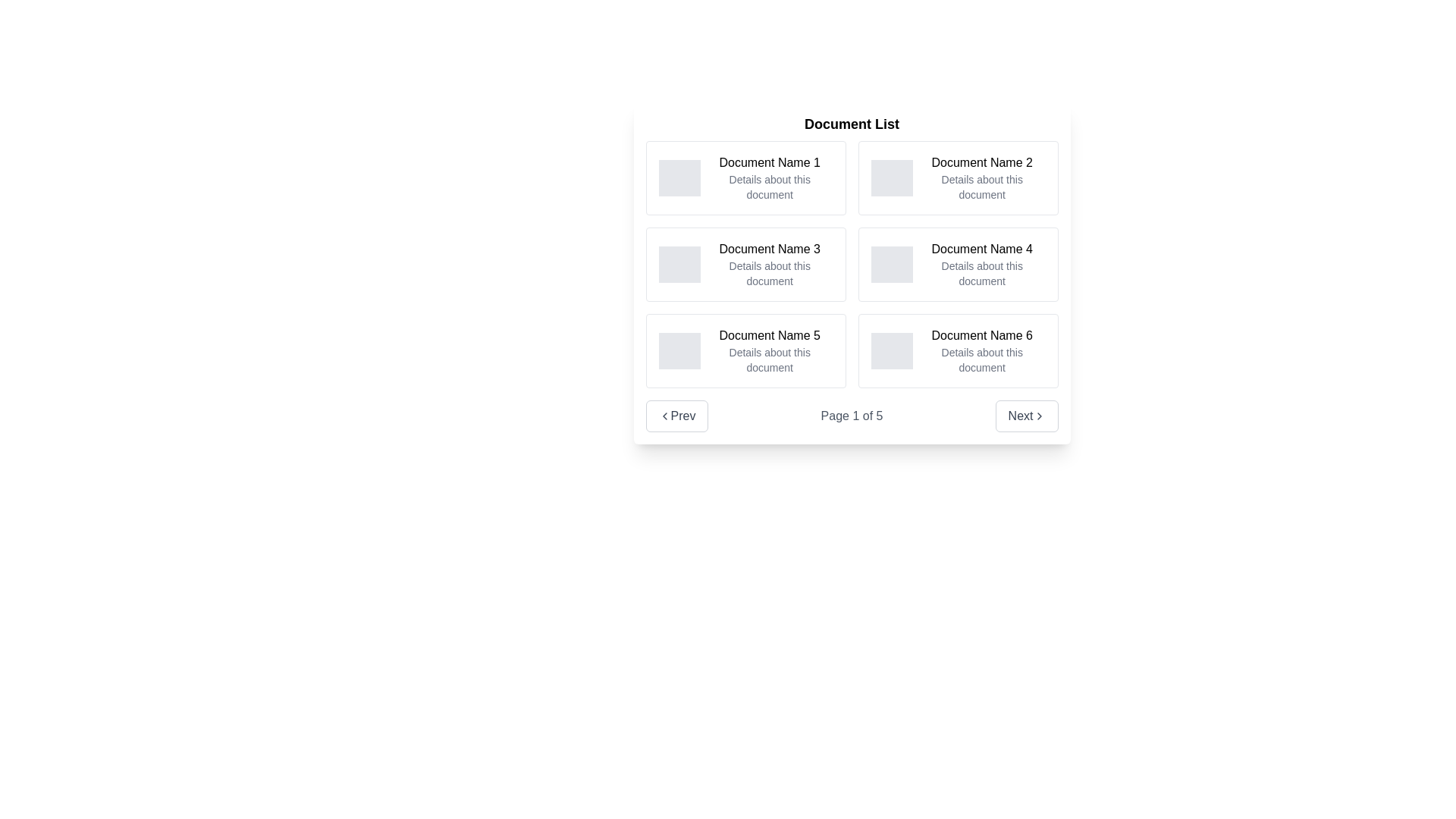  I want to click on the List item displaying the title and description of a document, so click(770, 350).